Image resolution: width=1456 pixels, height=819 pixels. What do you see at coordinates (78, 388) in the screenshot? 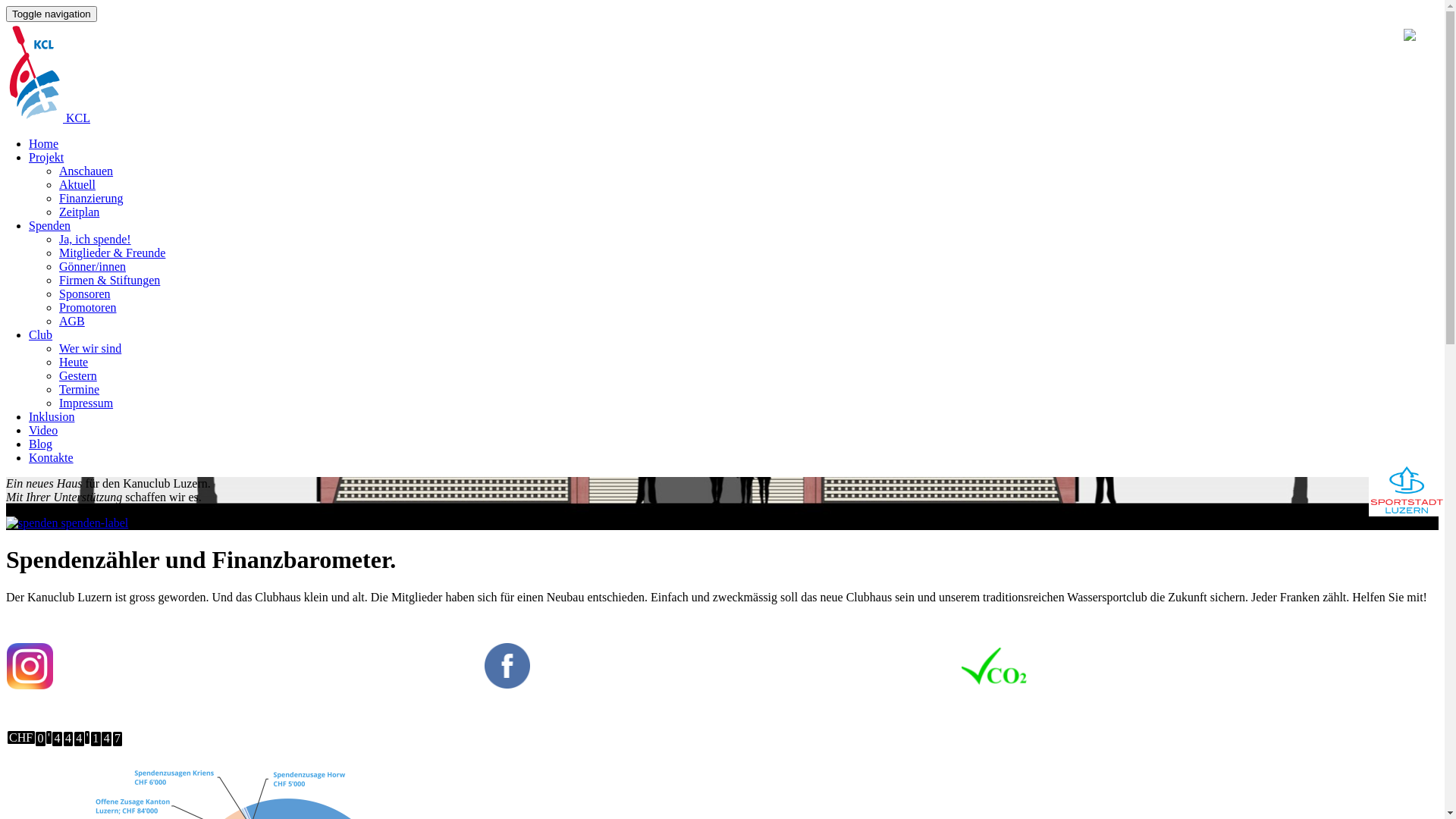
I see `'Termine'` at bounding box center [78, 388].